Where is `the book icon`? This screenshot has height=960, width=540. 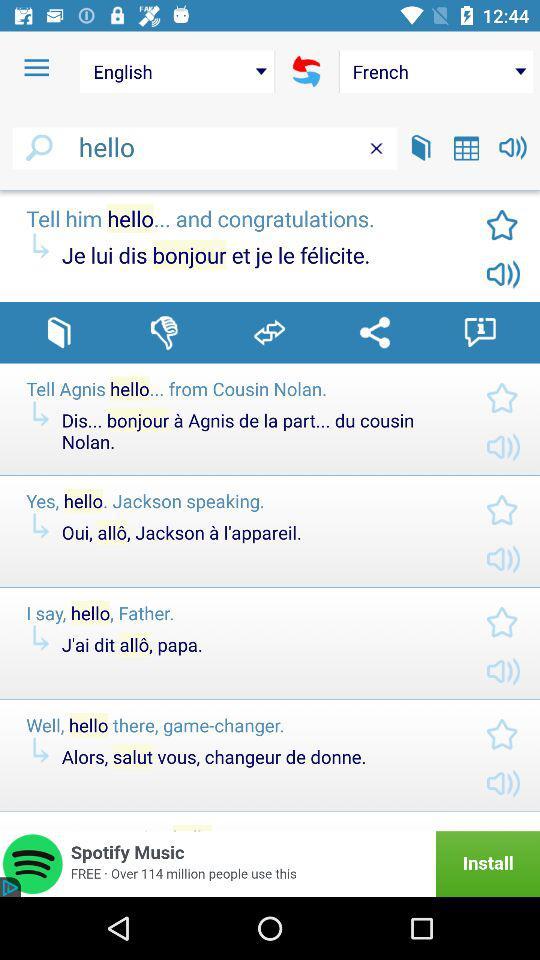 the book icon is located at coordinates (420, 146).